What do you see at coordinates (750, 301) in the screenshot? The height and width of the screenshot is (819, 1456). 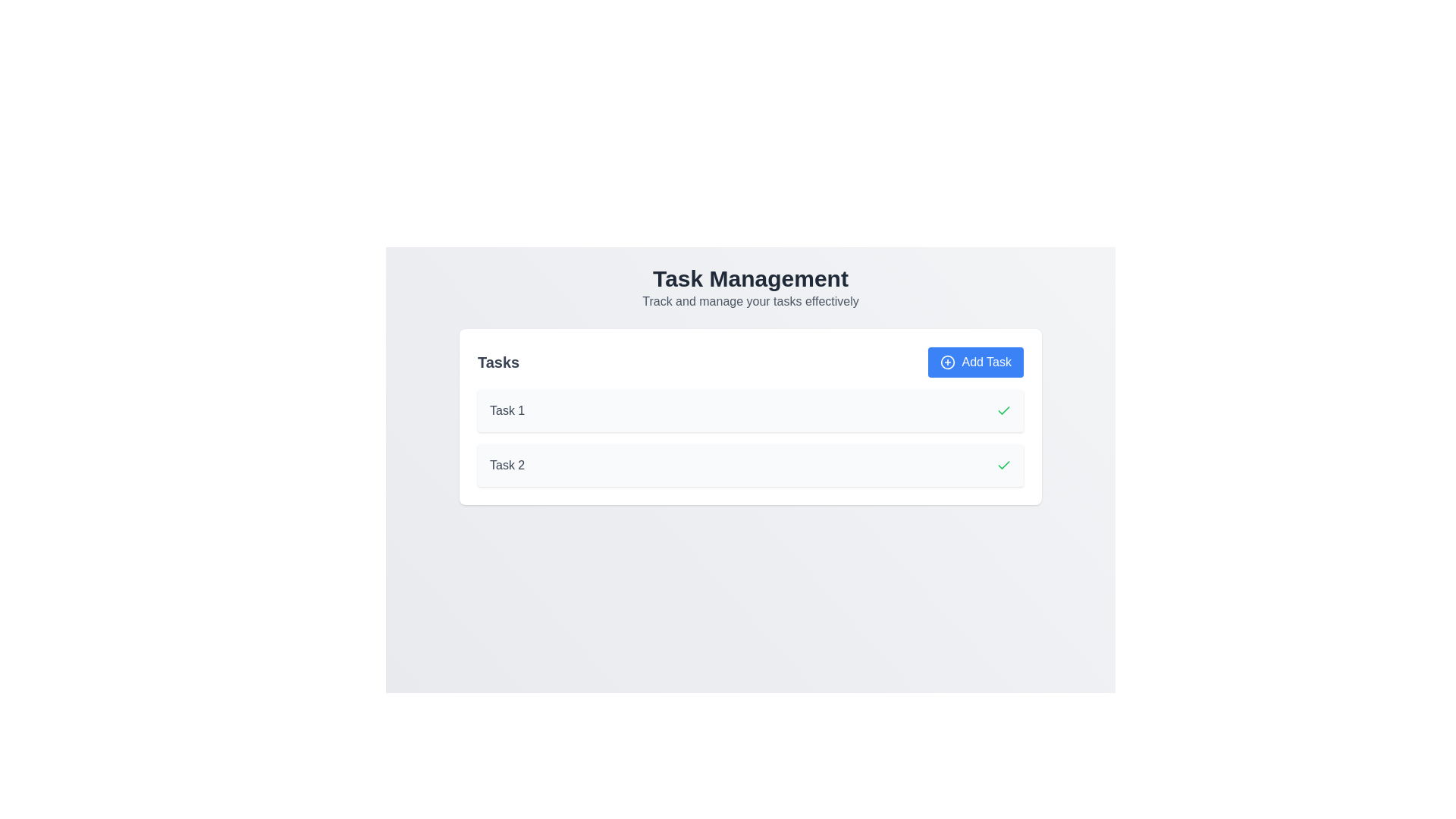 I see `supplementary description text located directly below the 'Task Management' heading at the center of the interface` at bounding box center [750, 301].